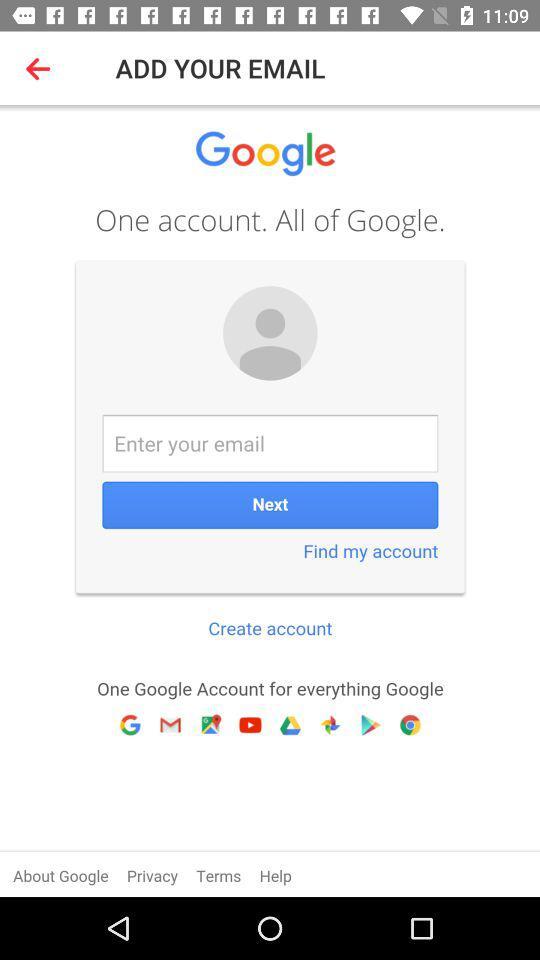  I want to click on google log-in, so click(270, 500).